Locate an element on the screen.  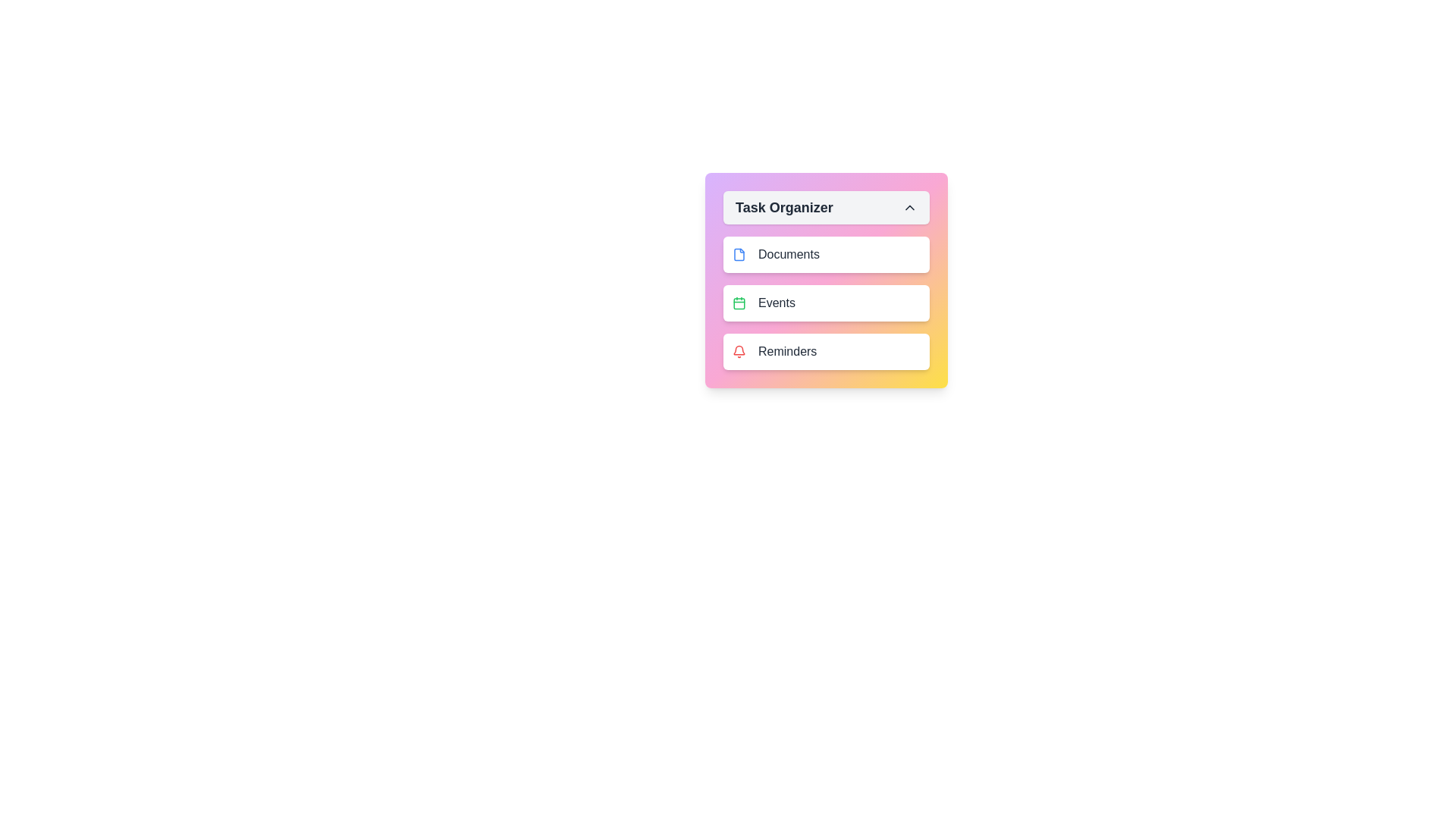
the task item Documents is located at coordinates (825, 253).